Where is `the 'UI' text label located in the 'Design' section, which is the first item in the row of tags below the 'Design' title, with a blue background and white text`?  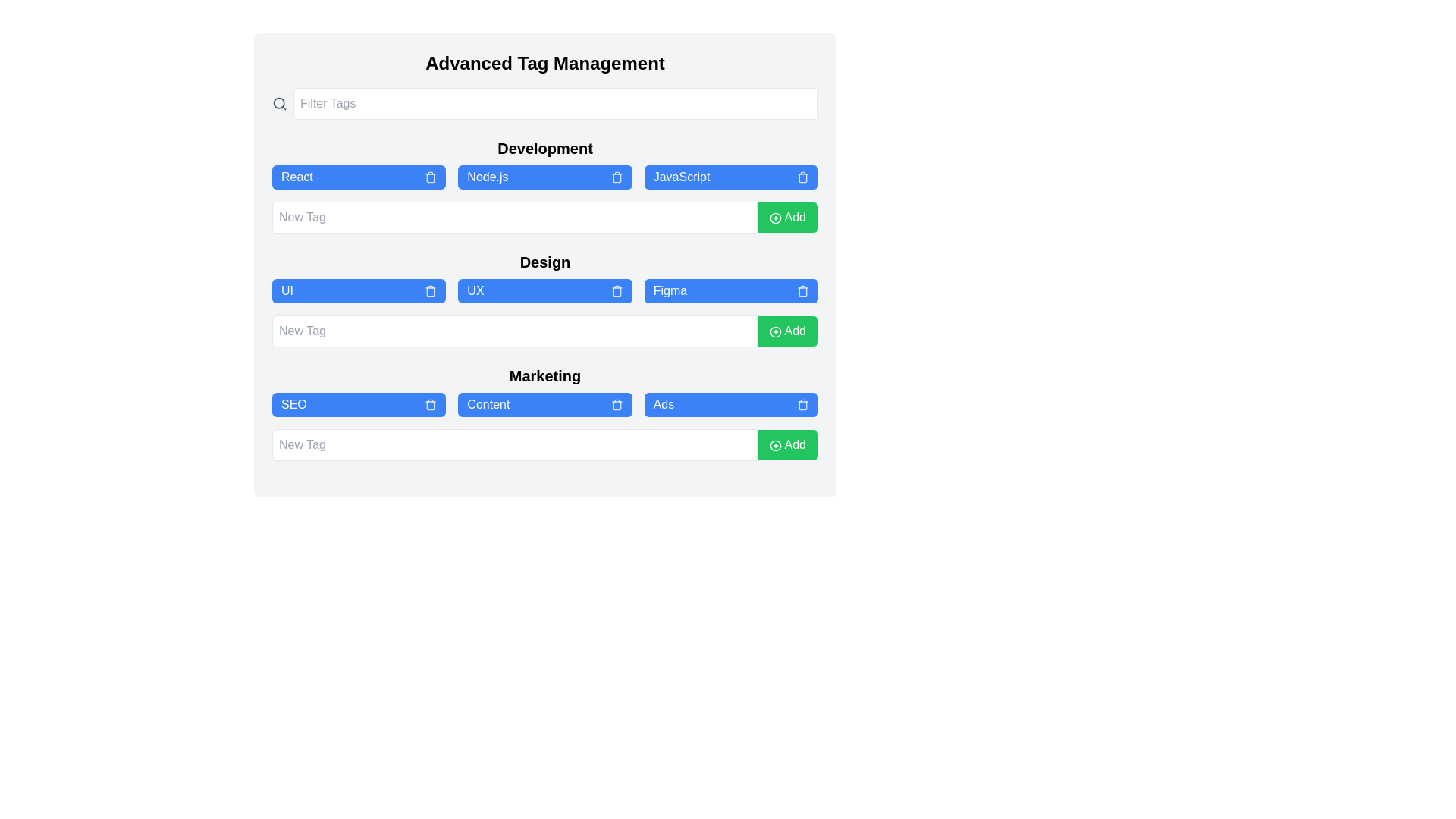 the 'UI' text label located in the 'Design' section, which is the first item in the row of tags below the 'Design' title, with a blue background and white text is located at coordinates (287, 291).